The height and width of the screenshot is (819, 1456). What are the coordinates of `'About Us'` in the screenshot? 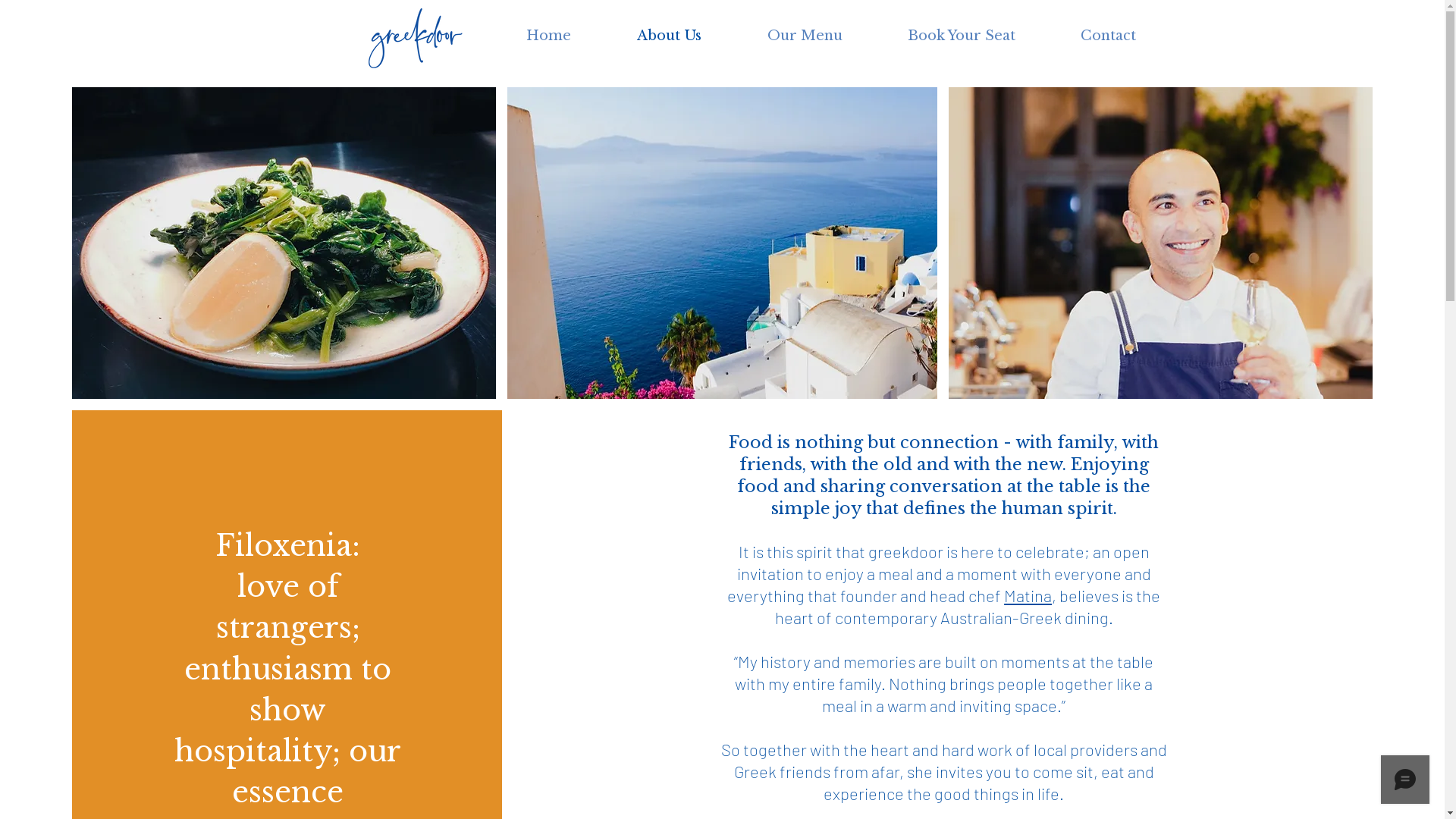 It's located at (603, 35).